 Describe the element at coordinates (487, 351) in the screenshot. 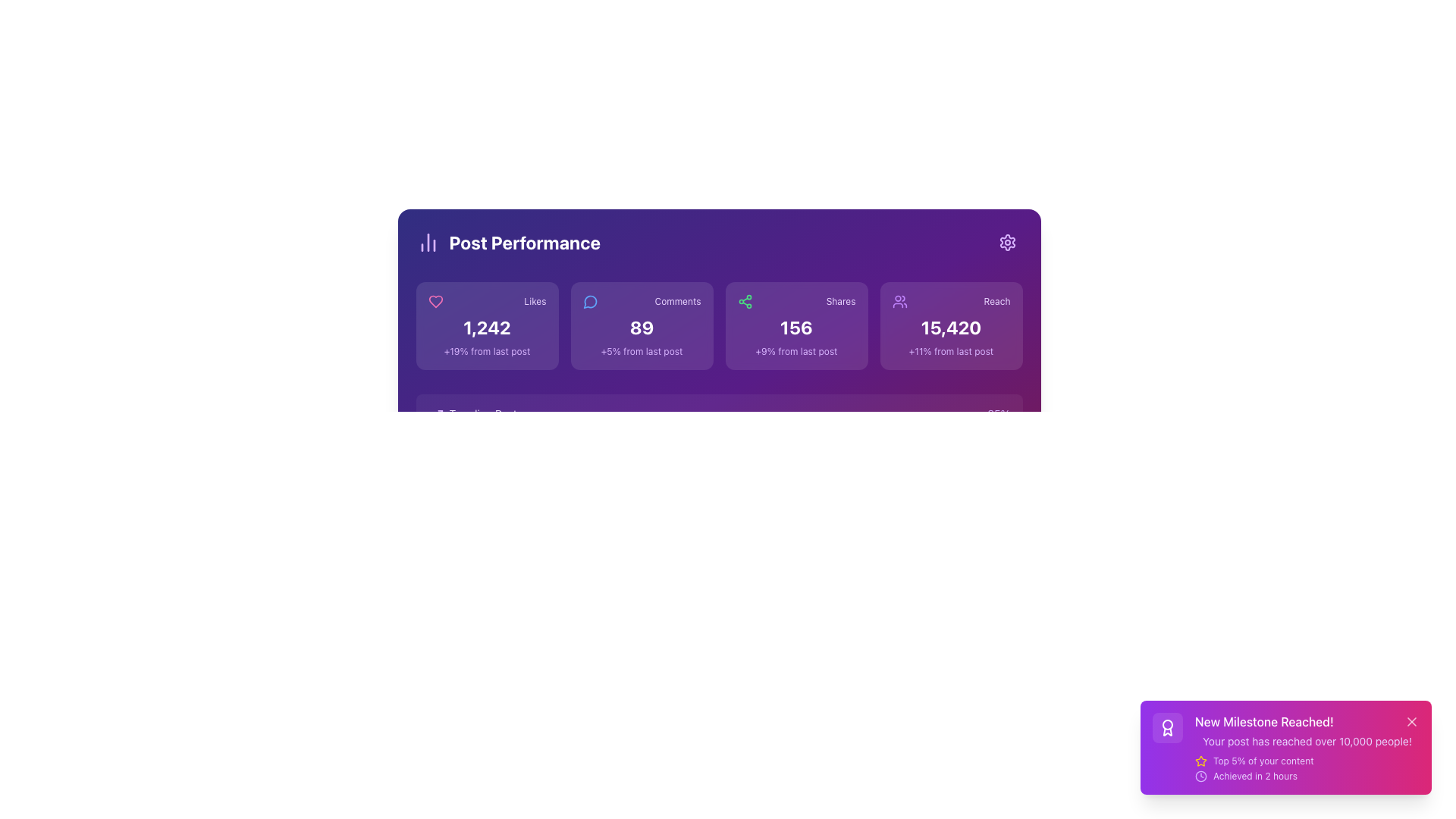

I see `the informational label displaying '+19% from last post', which is styled in light purple color and located below the likes metric in the 'Post Performance' panel` at that location.